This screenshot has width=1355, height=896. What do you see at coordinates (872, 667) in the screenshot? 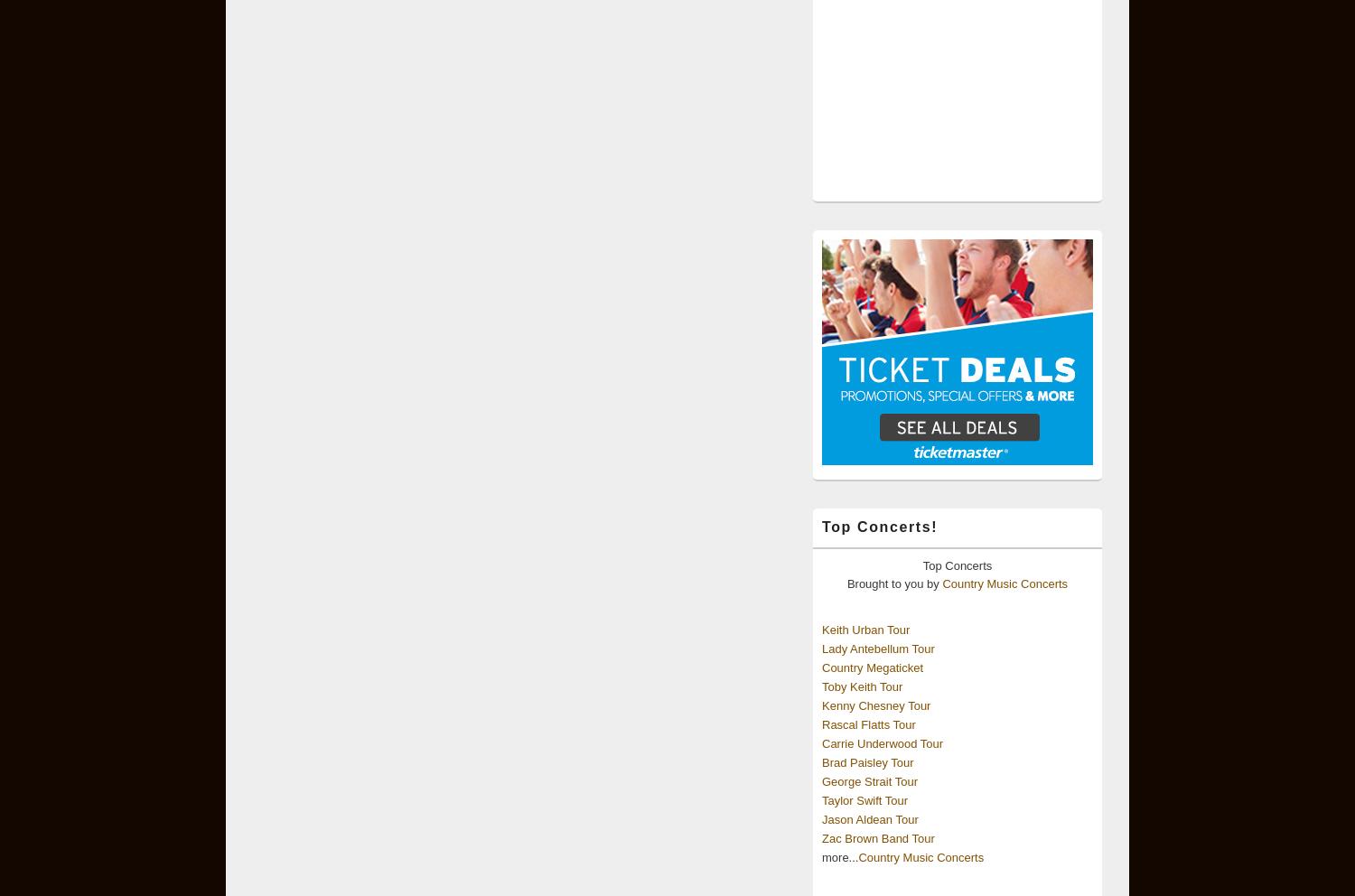
I see `'Country Megaticket'` at bounding box center [872, 667].